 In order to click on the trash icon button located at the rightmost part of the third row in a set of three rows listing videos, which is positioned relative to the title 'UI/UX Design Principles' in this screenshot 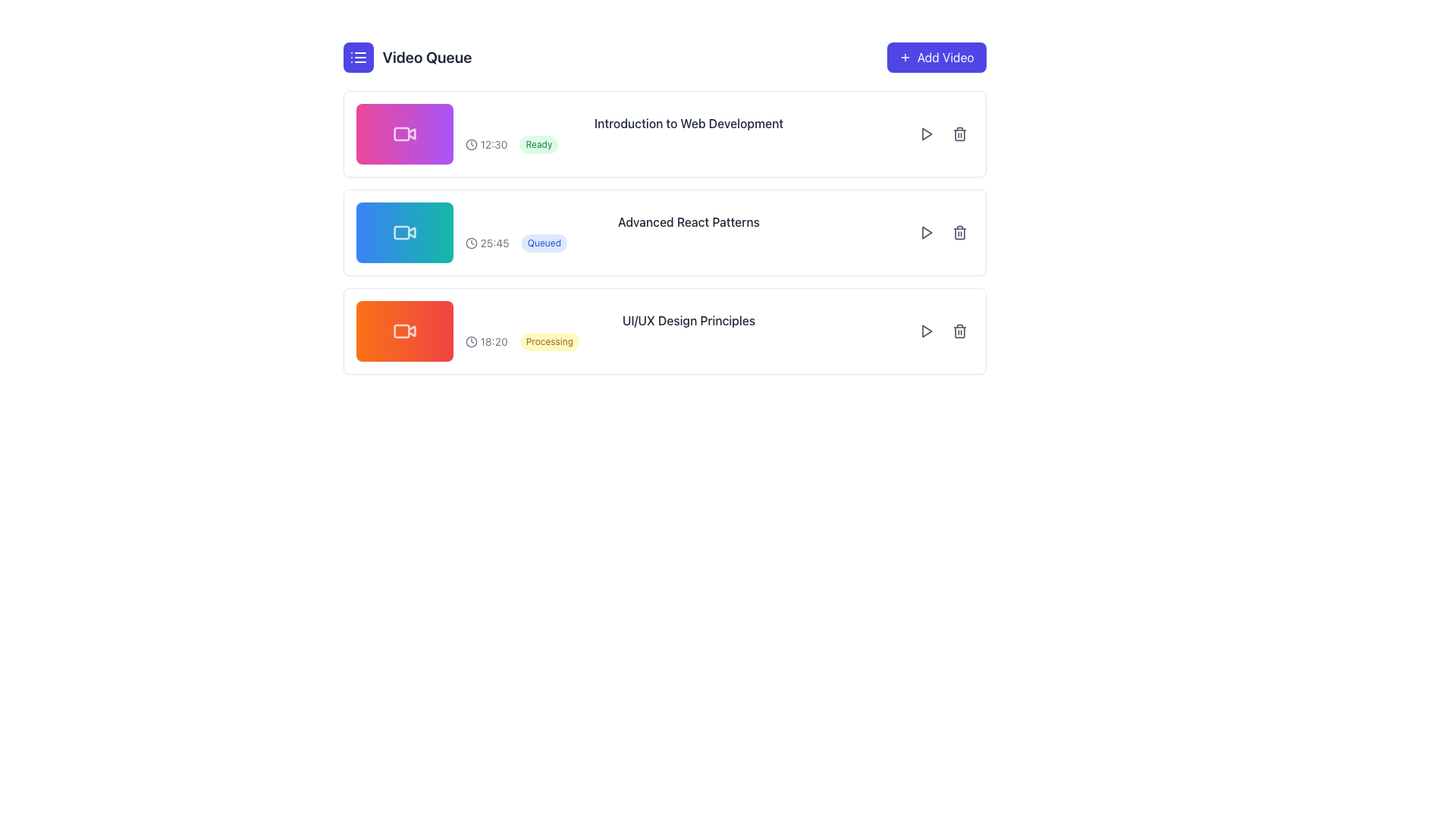, I will do `click(959, 330)`.